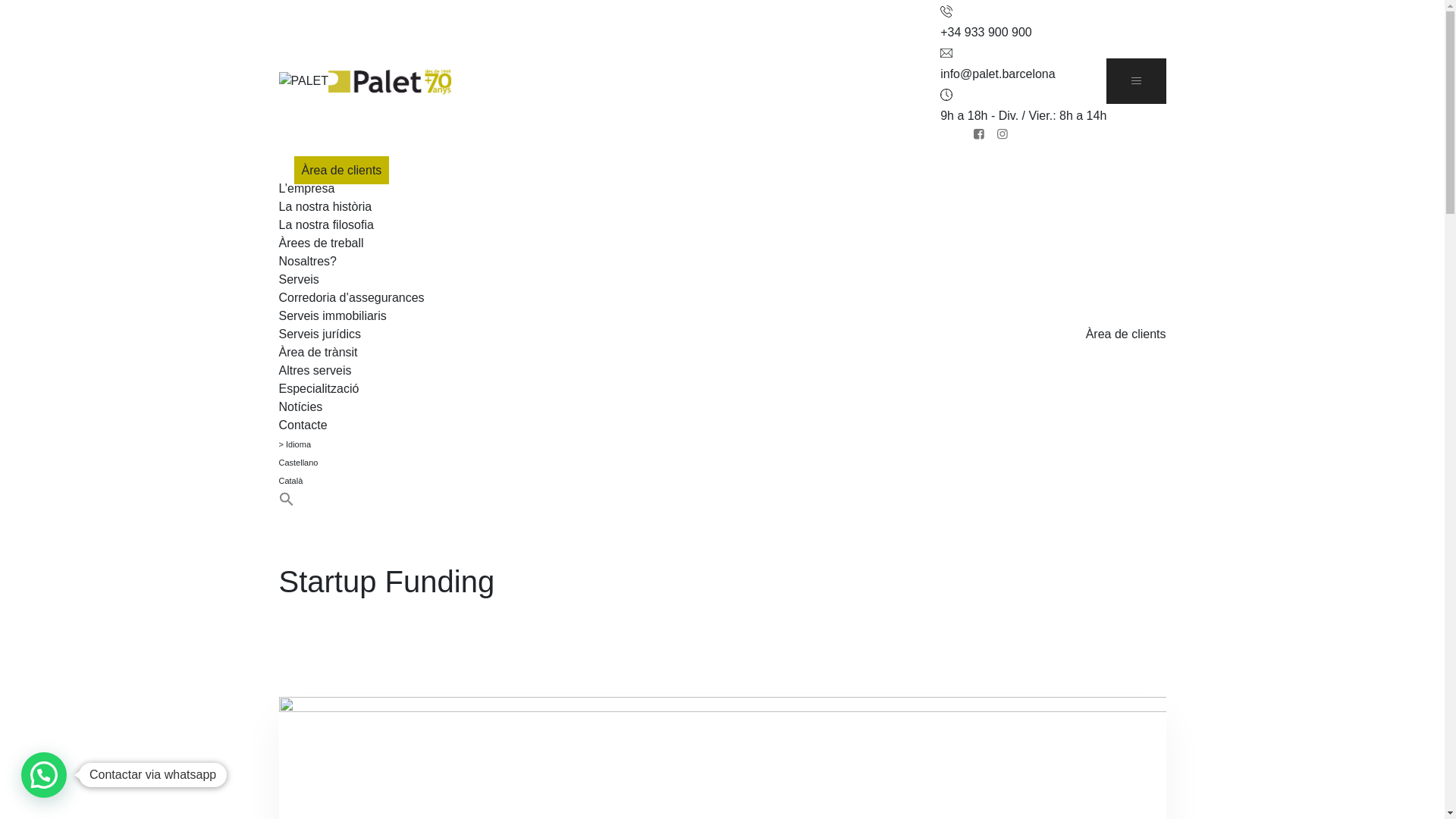 The image size is (1456, 819). What do you see at coordinates (303, 425) in the screenshot?
I see `'Contacte'` at bounding box center [303, 425].